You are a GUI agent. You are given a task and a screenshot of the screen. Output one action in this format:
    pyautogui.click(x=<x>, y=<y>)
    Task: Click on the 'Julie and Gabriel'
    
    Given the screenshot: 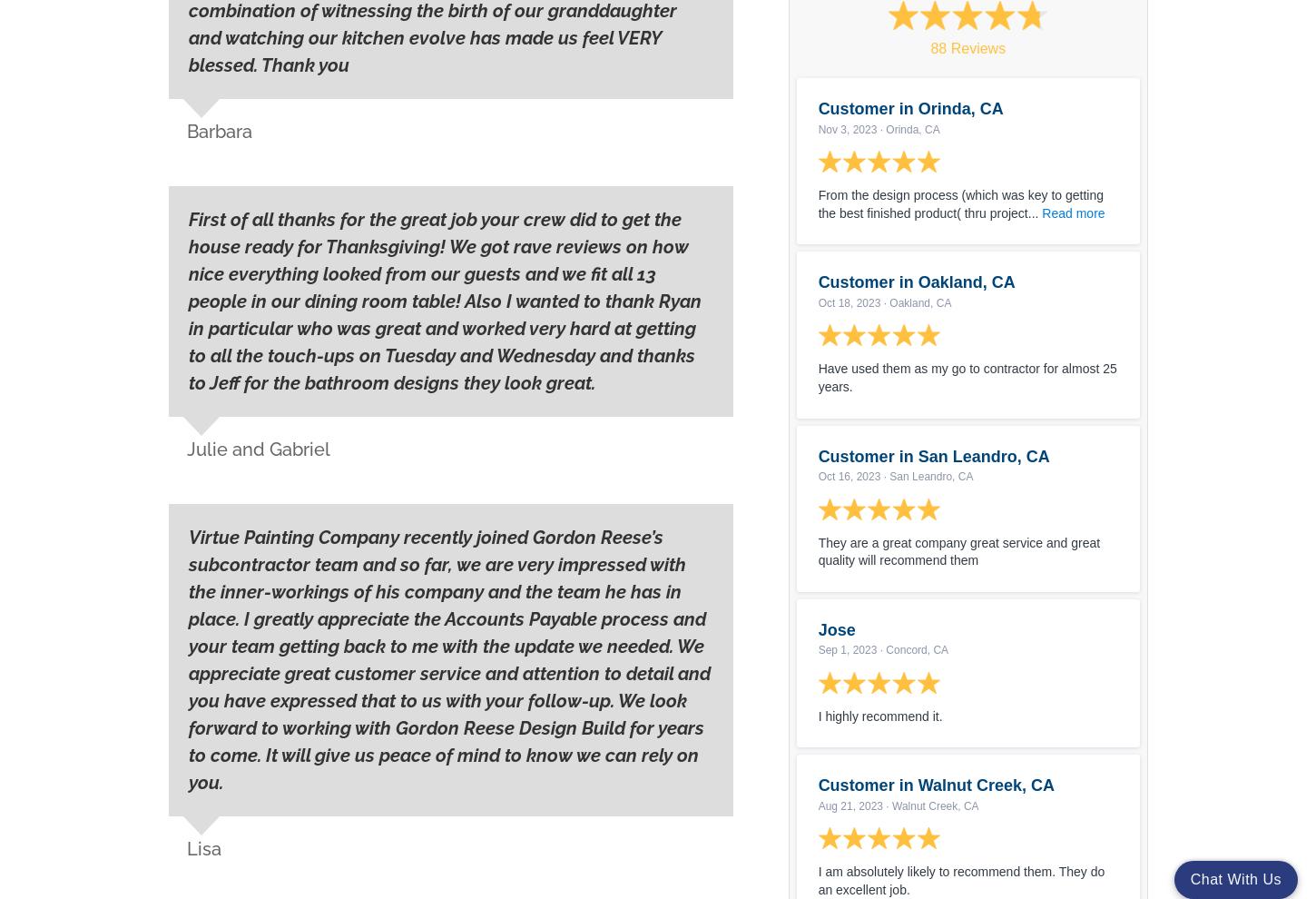 What is the action you would take?
    pyautogui.click(x=259, y=449)
    